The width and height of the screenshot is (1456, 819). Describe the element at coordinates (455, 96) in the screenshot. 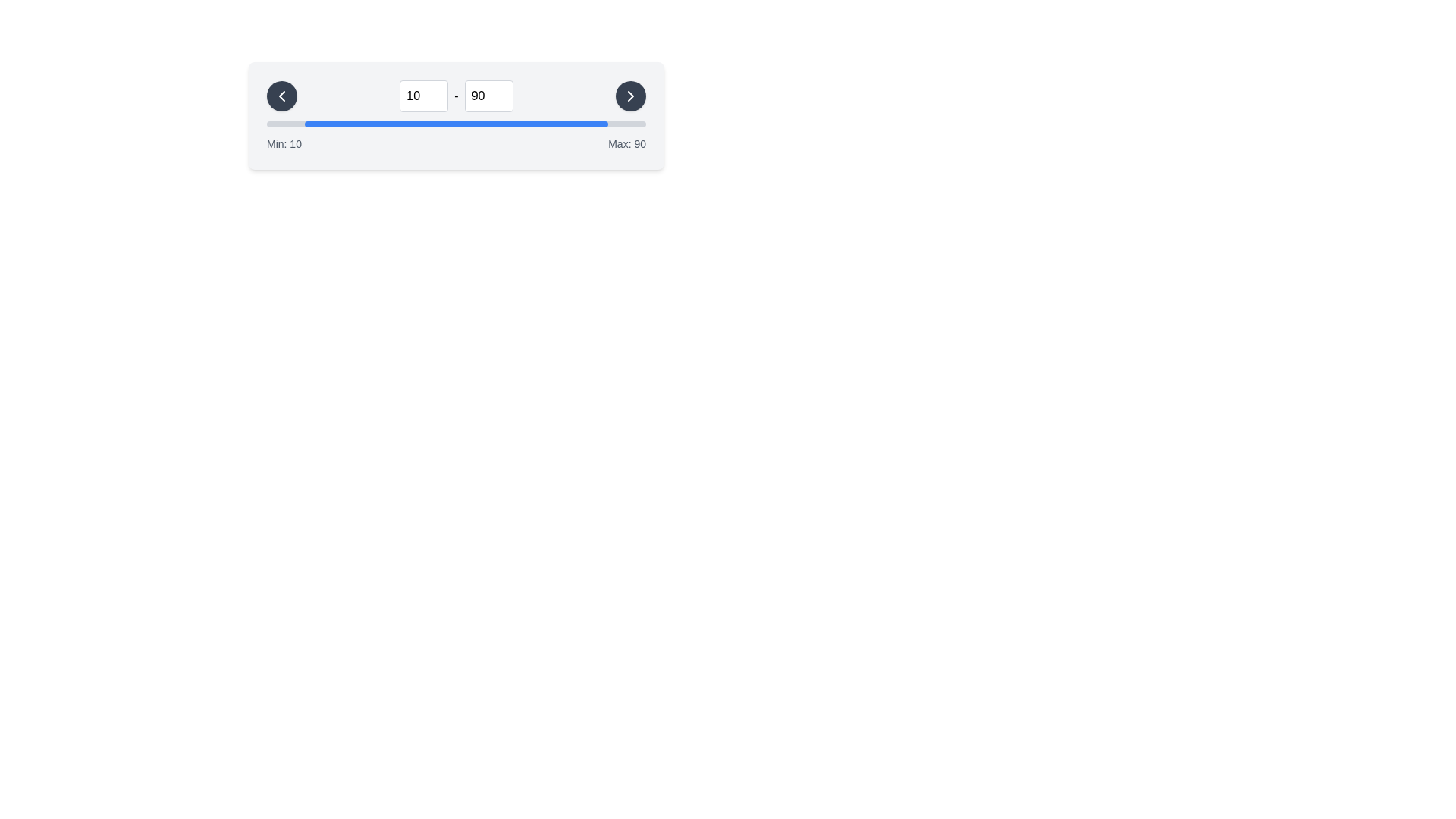

I see `the horizontal separator line positioned between the two number input fields for '10' and '90'` at that location.